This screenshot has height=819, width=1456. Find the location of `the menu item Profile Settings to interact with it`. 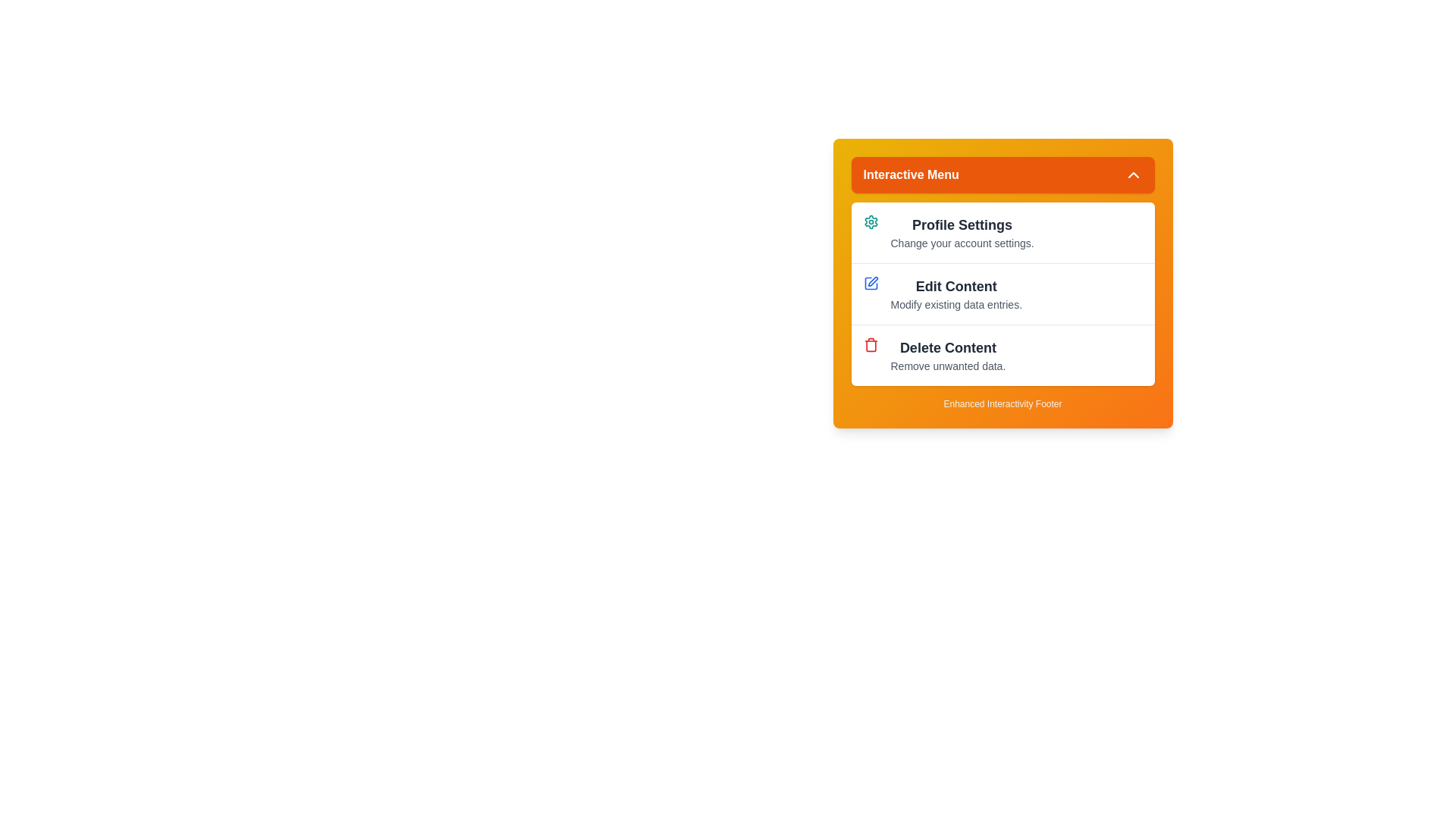

the menu item Profile Settings to interact with it is located at coordinates (1003, 233).